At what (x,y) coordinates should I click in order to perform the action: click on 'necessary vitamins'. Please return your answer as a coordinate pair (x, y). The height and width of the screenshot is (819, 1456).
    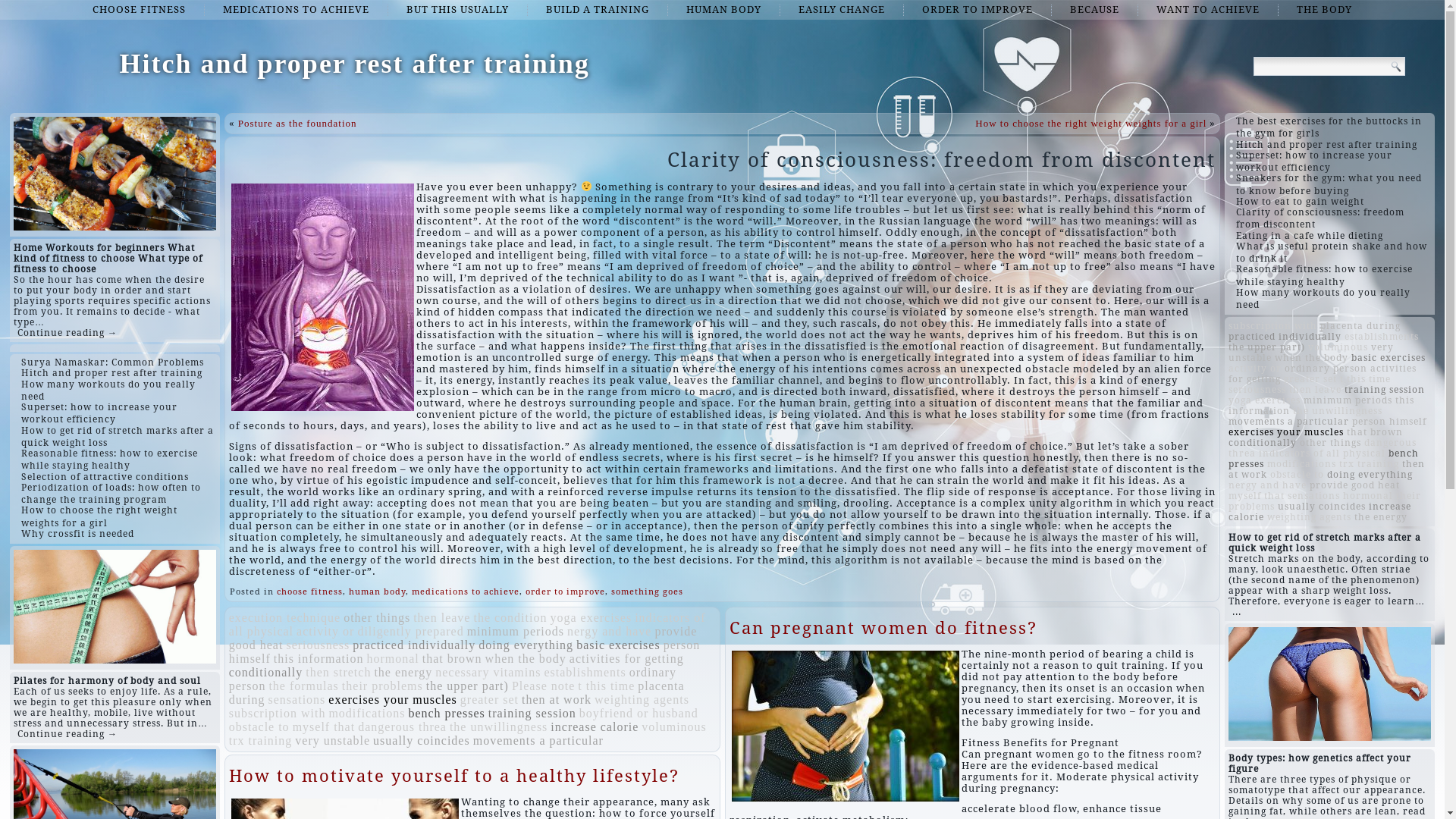
    Looking at the image, I should click on (435, 671).